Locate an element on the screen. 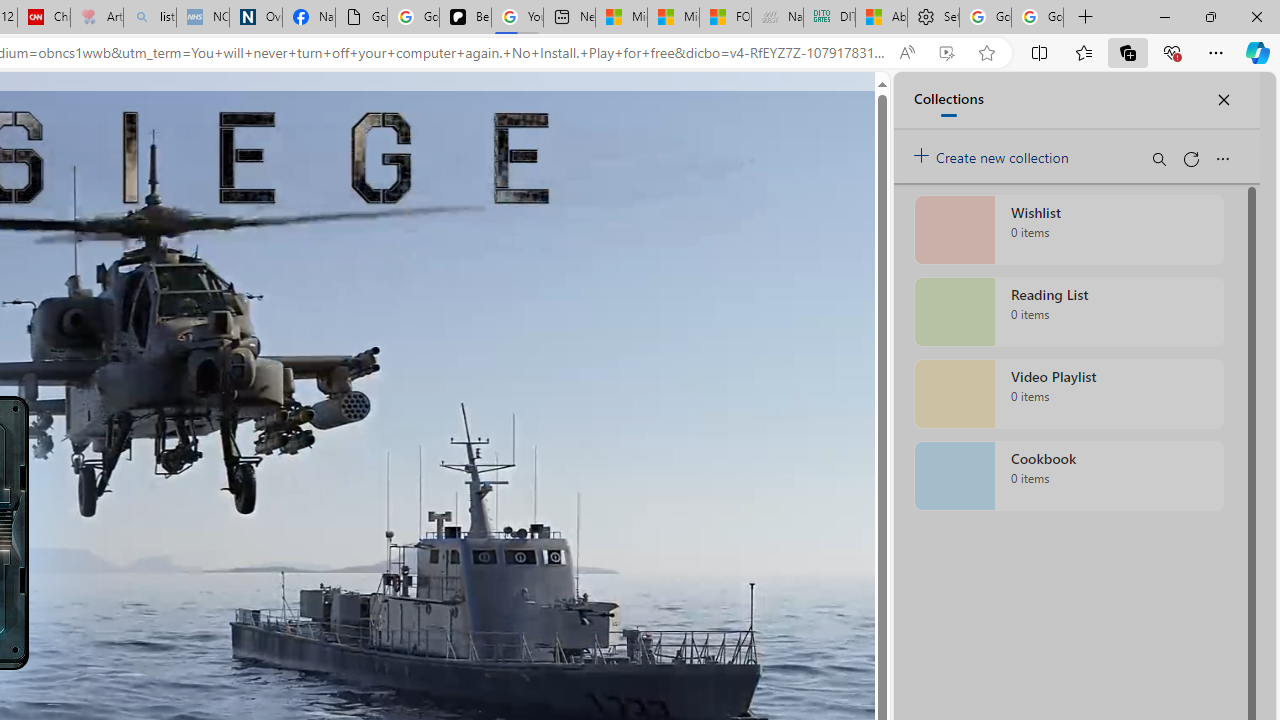 This screenshot has height=720, width=1280. 'FOX News - MSN' is located at coordinates (724, 17).